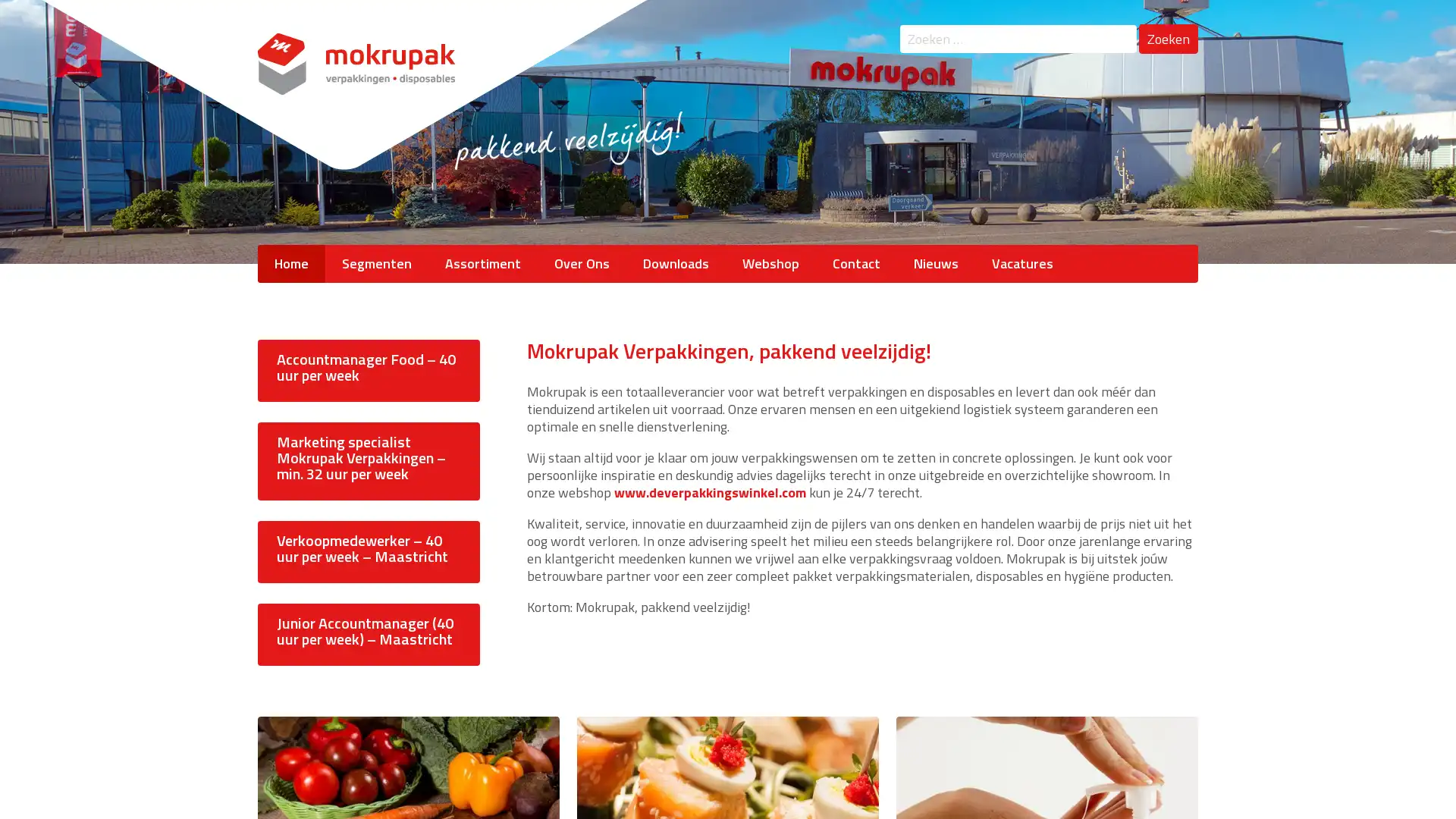 The width and height of the screenshot is (1456, 819). I want to click on Zoeken, so click(1167, 29).